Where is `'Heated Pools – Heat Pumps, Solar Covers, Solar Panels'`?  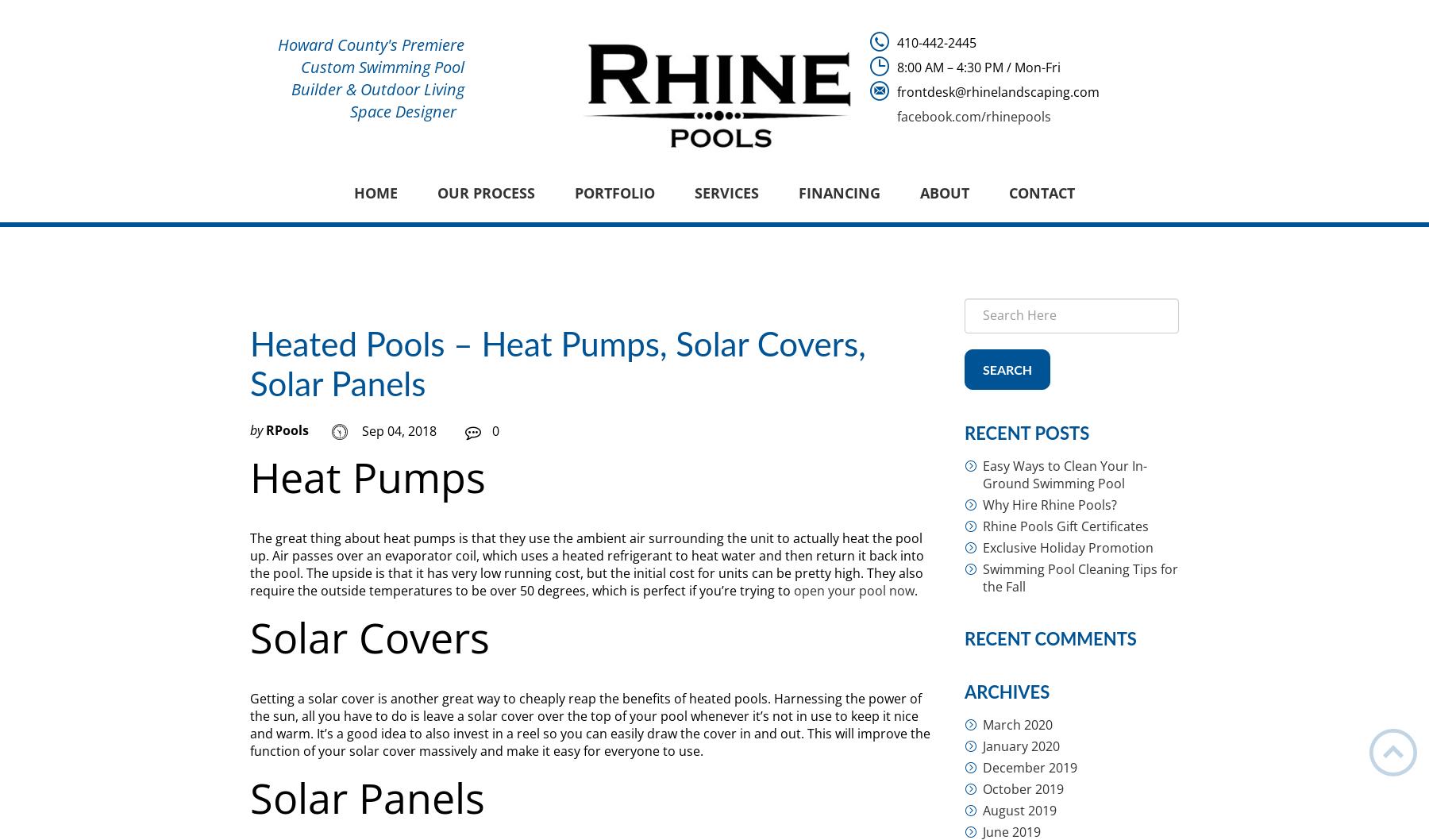 'Heated Pools – Heat Pumps, Solar Covers, Solar Panels' is located at coordinates (557, 364).